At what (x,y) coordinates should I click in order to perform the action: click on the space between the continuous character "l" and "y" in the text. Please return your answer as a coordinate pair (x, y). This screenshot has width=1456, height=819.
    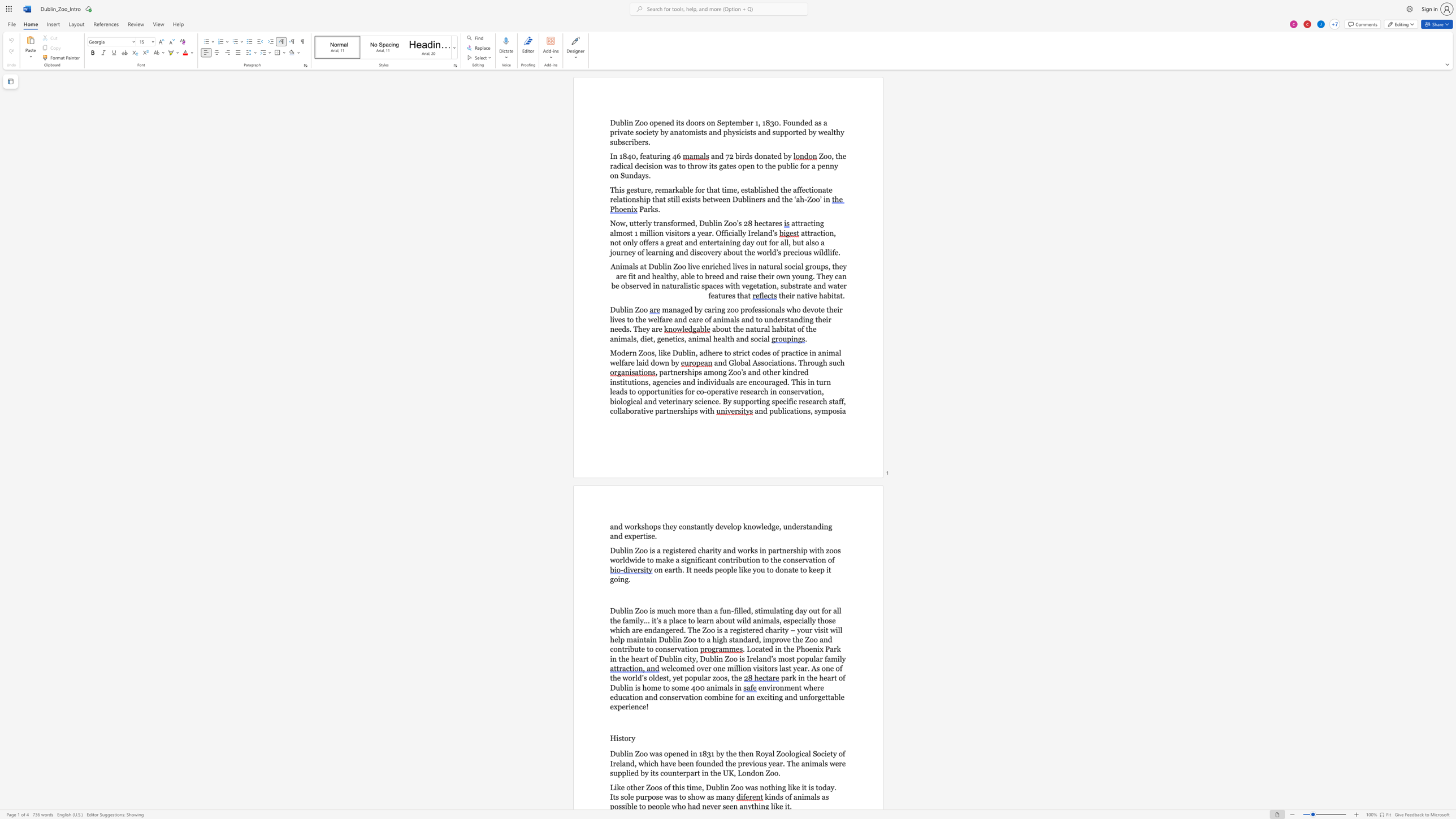
    Looking at the image, I should click on (640, 619).